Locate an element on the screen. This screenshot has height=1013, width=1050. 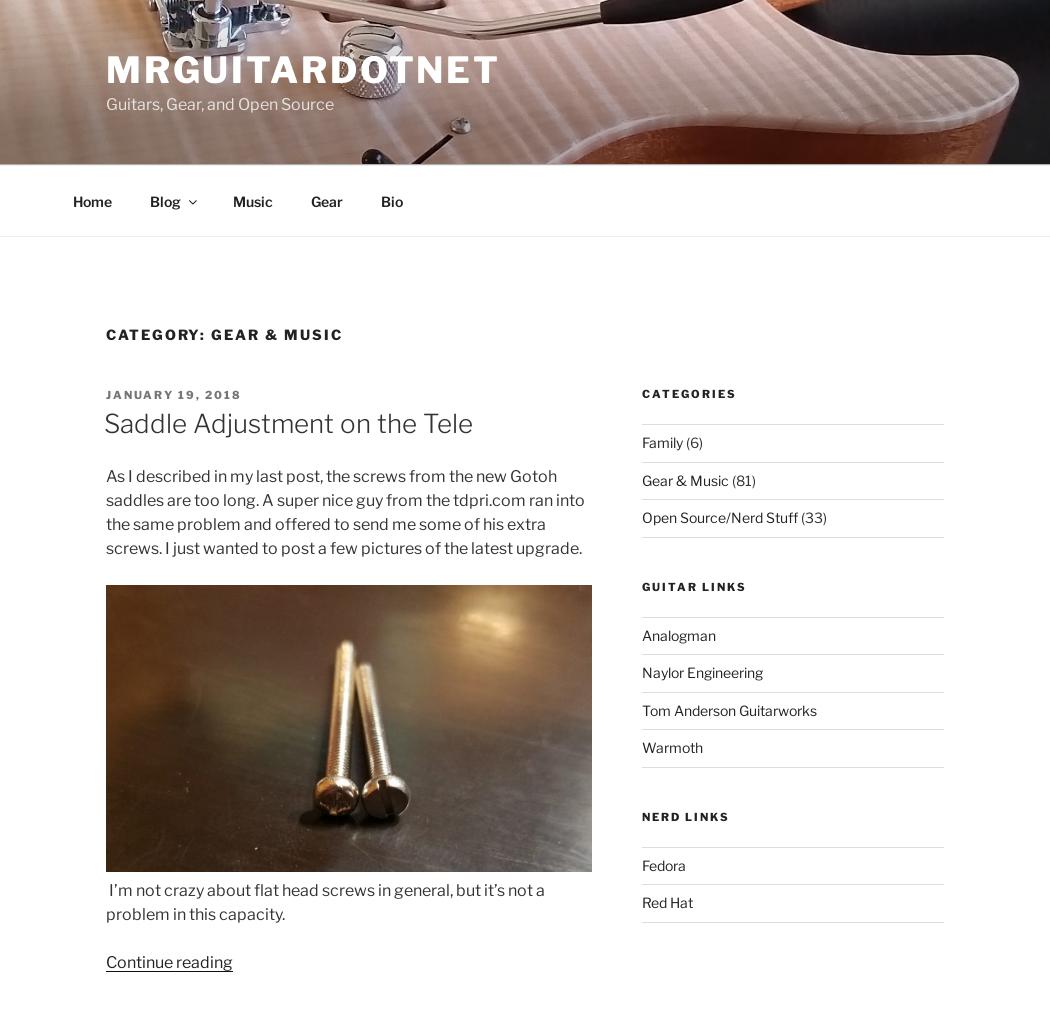
'Fedora' is located at coordinates (663, 864).